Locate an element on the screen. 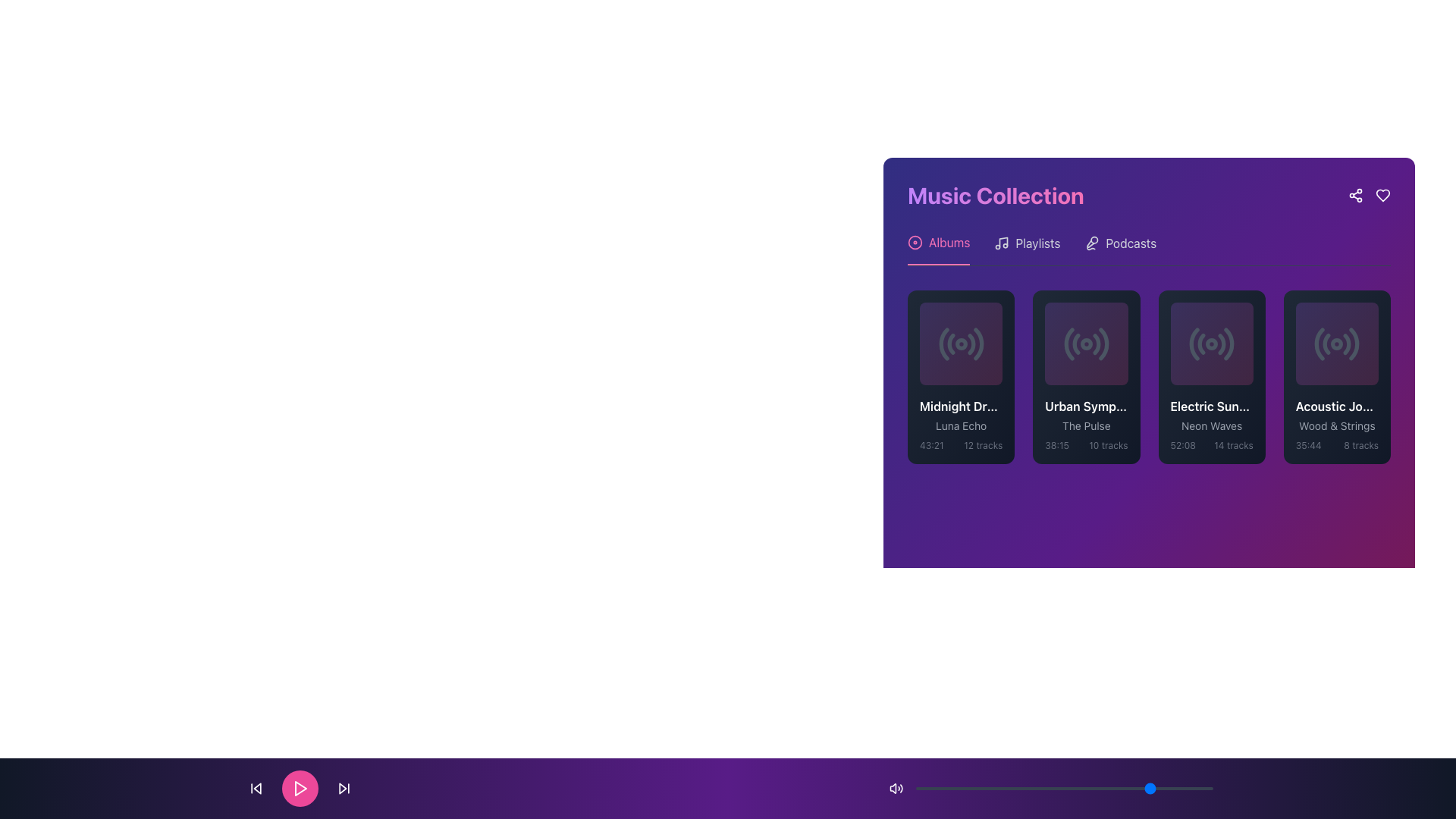  the 'skip forward' button icon located in the bottom control bar of the media player to potentially reveal a tooltip is located at coordinates (342, 788).